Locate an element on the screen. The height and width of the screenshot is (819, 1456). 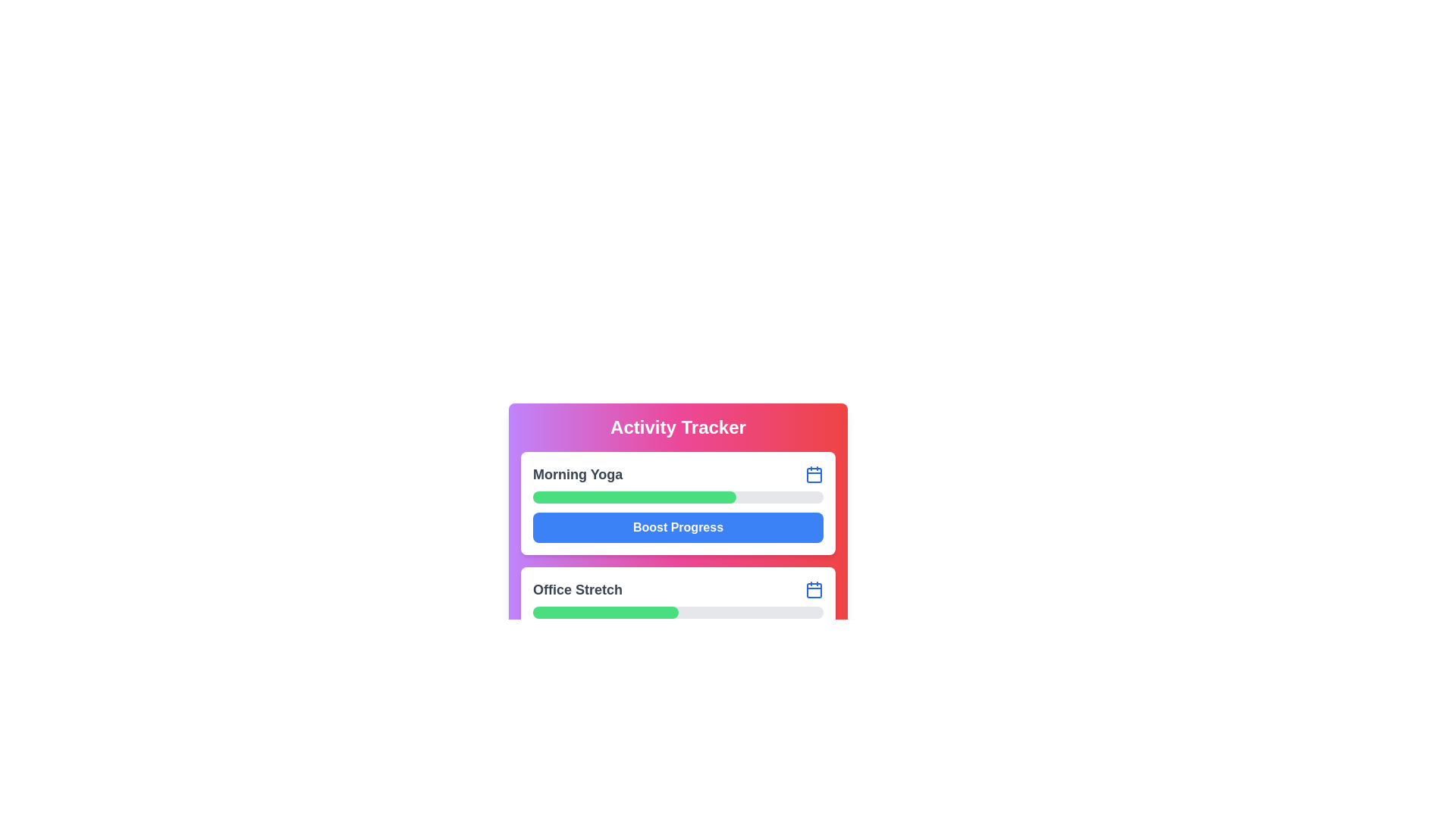
the progress bar representing 50% completion of the 'Office Stretch' activity, located below the title and above the 'Boost Progress' button is located at coordinates (677, 611).